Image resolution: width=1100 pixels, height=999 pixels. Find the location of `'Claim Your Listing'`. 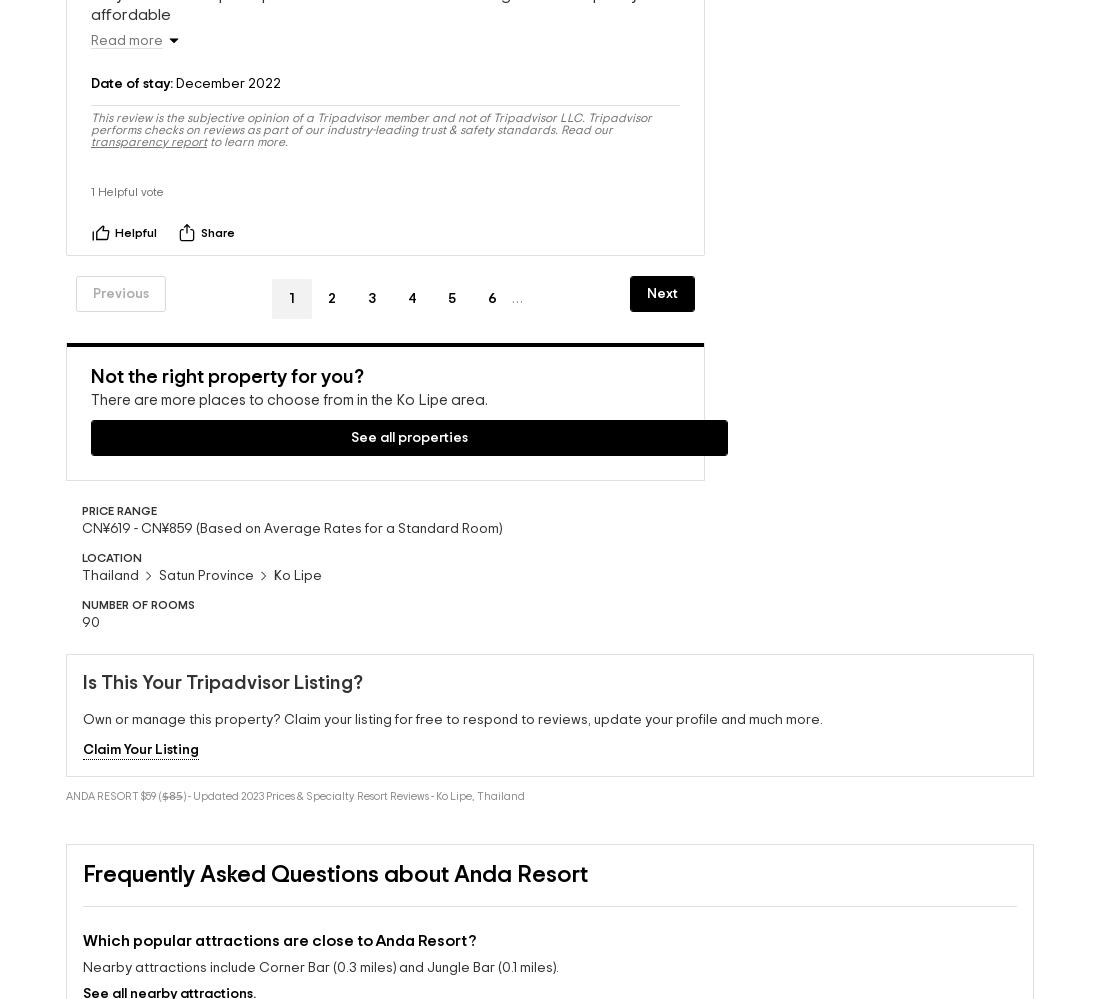

'Claim Your Listing' is located at coordinates (83, 730).